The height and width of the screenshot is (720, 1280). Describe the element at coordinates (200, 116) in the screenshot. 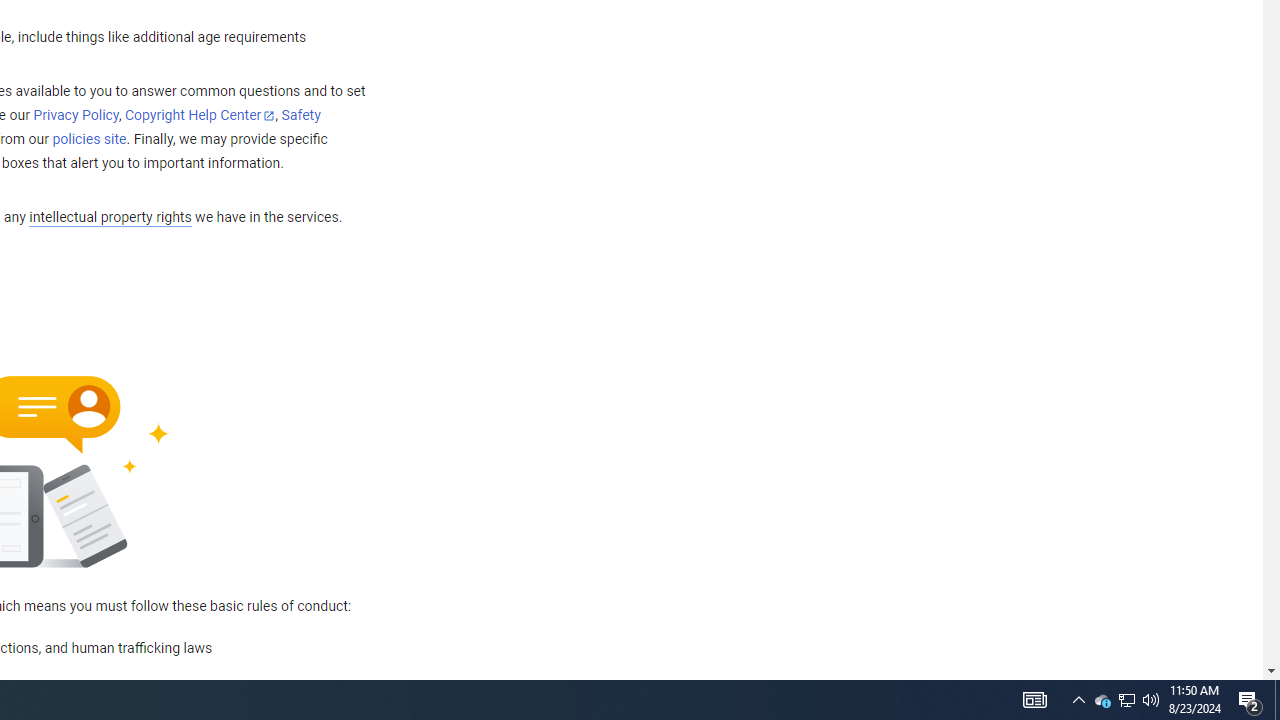

I see `'Copyright Help Center'` at that location.